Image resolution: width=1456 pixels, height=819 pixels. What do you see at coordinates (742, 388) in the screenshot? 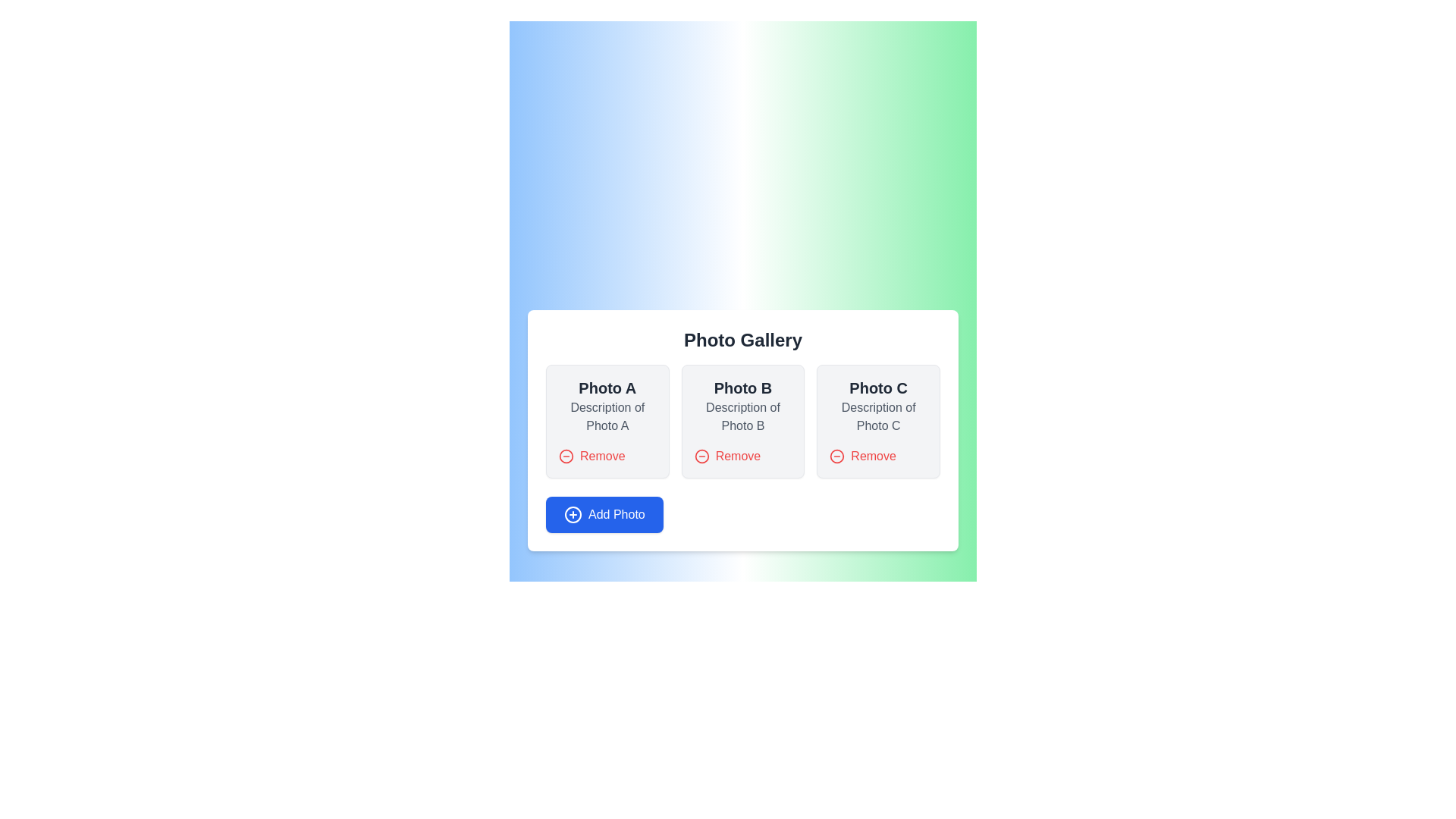
I see `the 'Photo B' text label located at the top of the middle card in the three-card layout` at bounding box center [742, 388].